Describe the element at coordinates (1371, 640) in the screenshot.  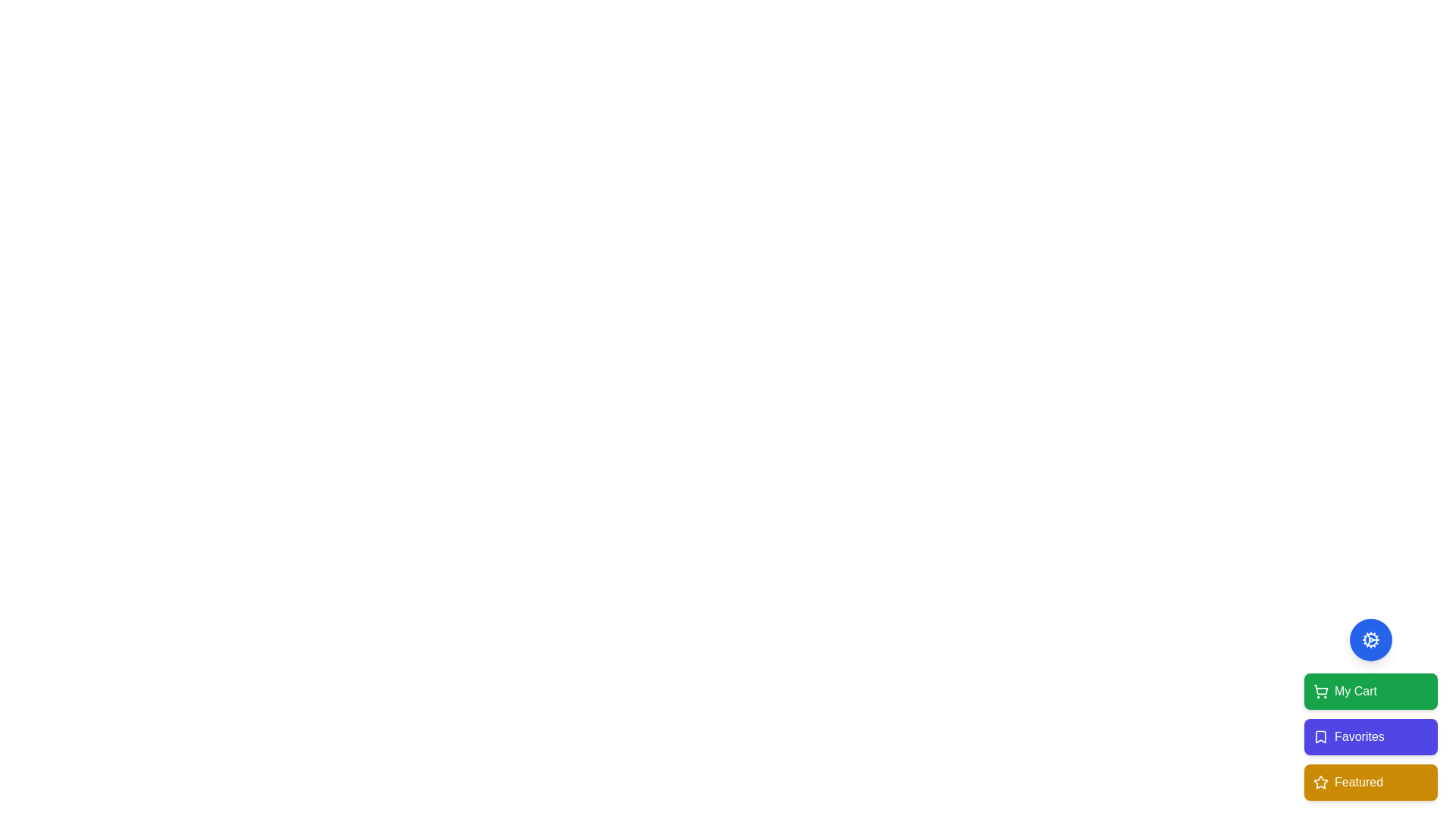
I see `the blue circular icon button containing a white gear symbol located on the right side of the interface` at that location.